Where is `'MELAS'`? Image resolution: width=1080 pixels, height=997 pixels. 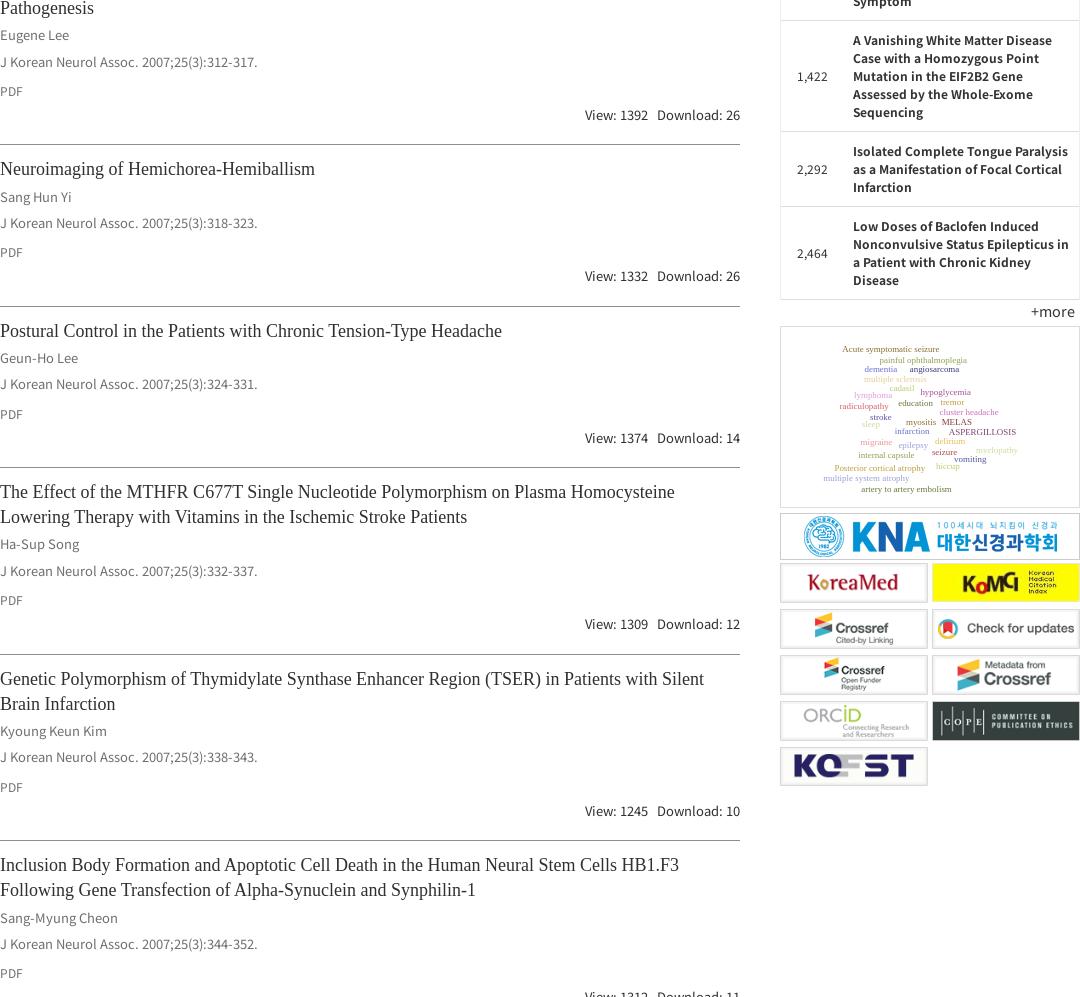 'MELAS' is located at coordinates (885, 441).